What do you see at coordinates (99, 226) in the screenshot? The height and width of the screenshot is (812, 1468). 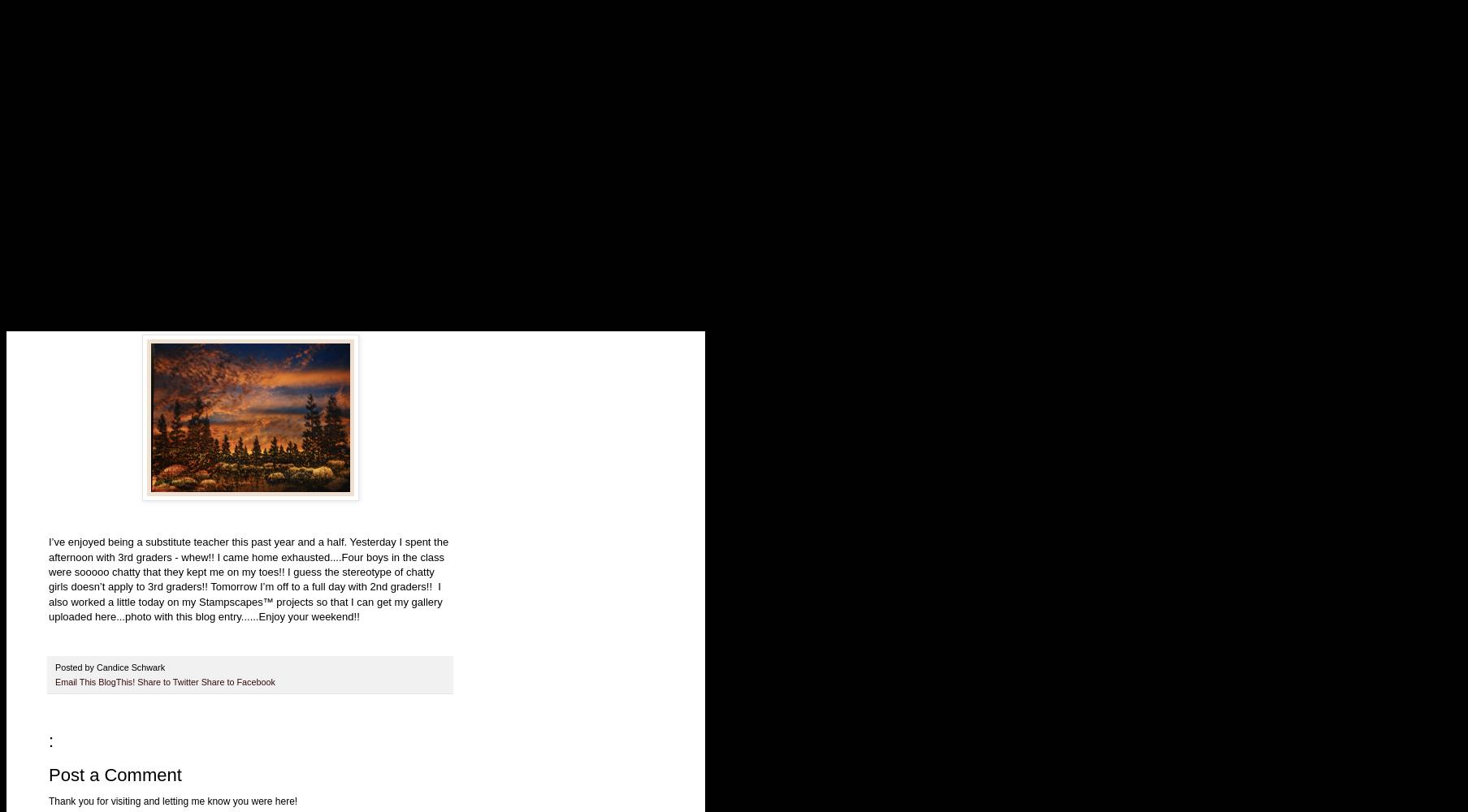 I see `'Paper Crafting Tips'` at bounding box center [99, 226].